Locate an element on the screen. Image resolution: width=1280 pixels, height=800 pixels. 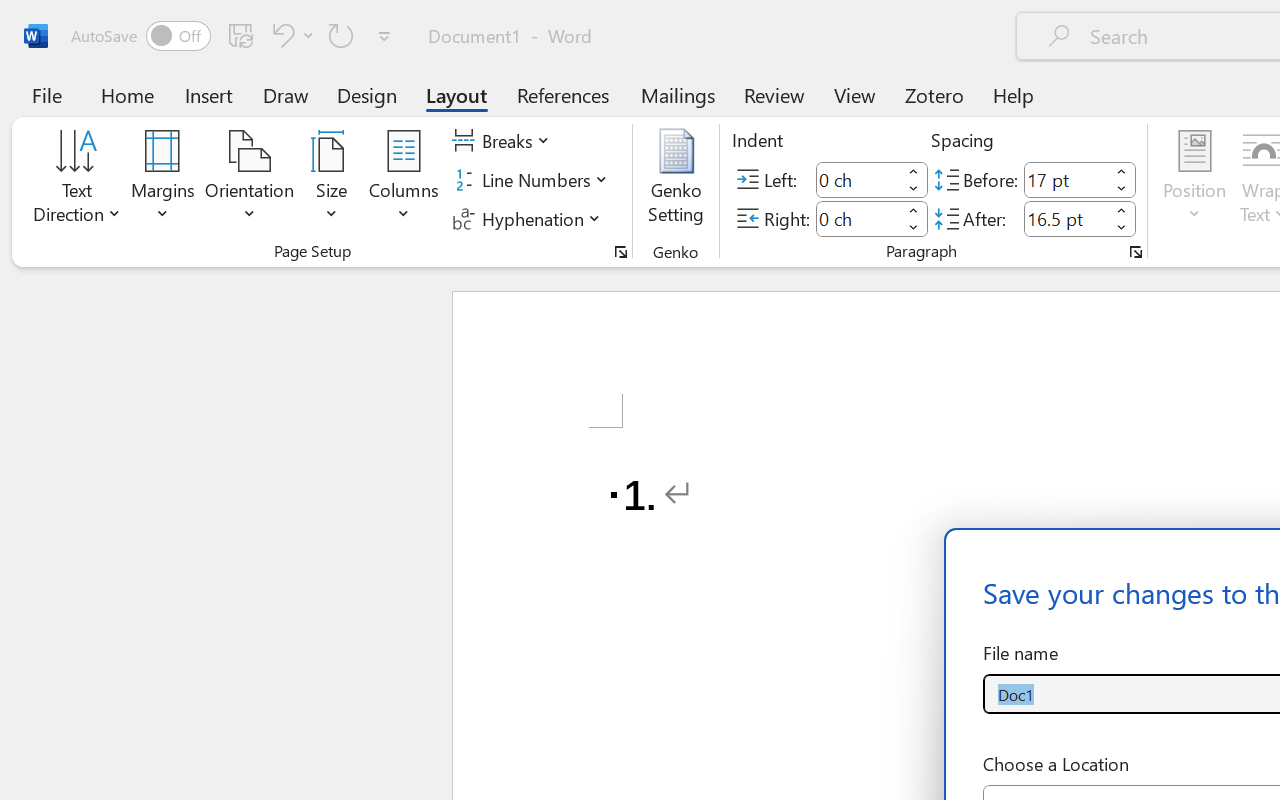
'More' is located at coordinates (1121, 210).